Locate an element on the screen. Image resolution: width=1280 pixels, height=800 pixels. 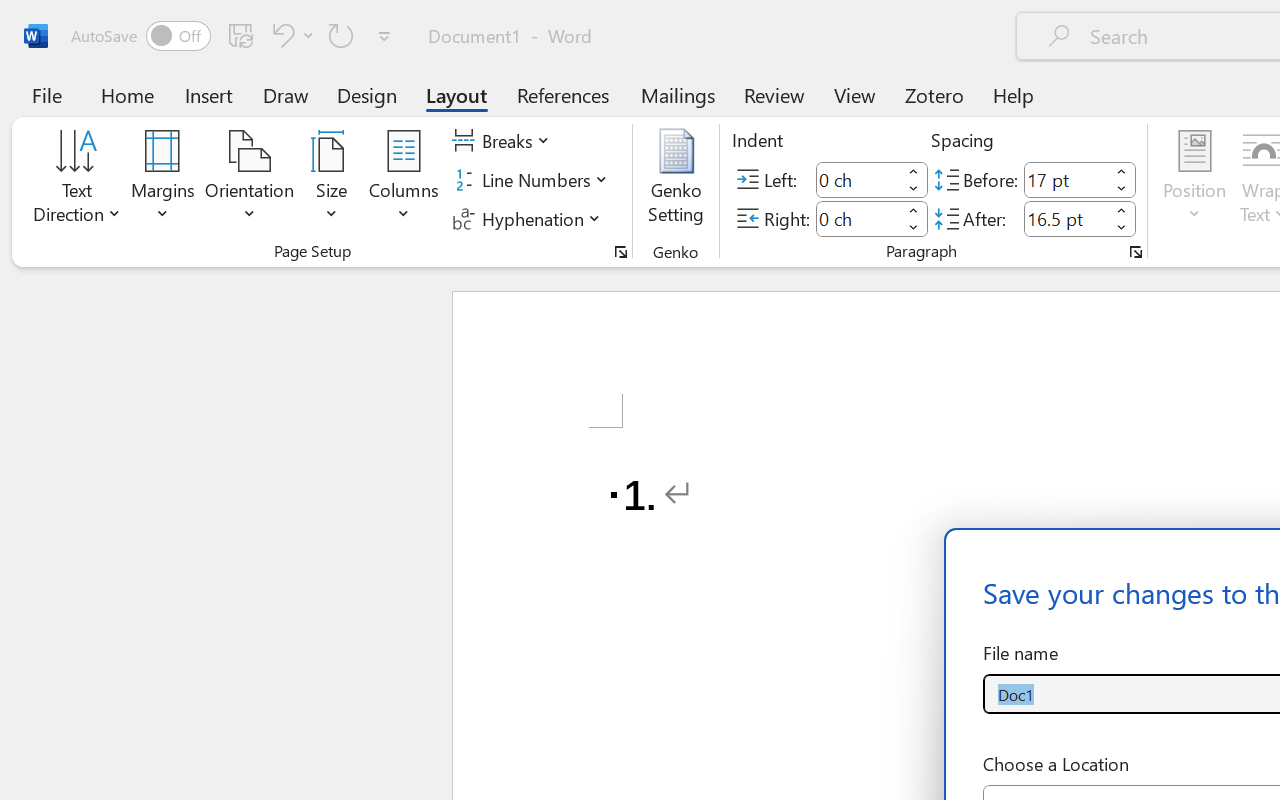
'More' is located at coordinates (1121, 210).